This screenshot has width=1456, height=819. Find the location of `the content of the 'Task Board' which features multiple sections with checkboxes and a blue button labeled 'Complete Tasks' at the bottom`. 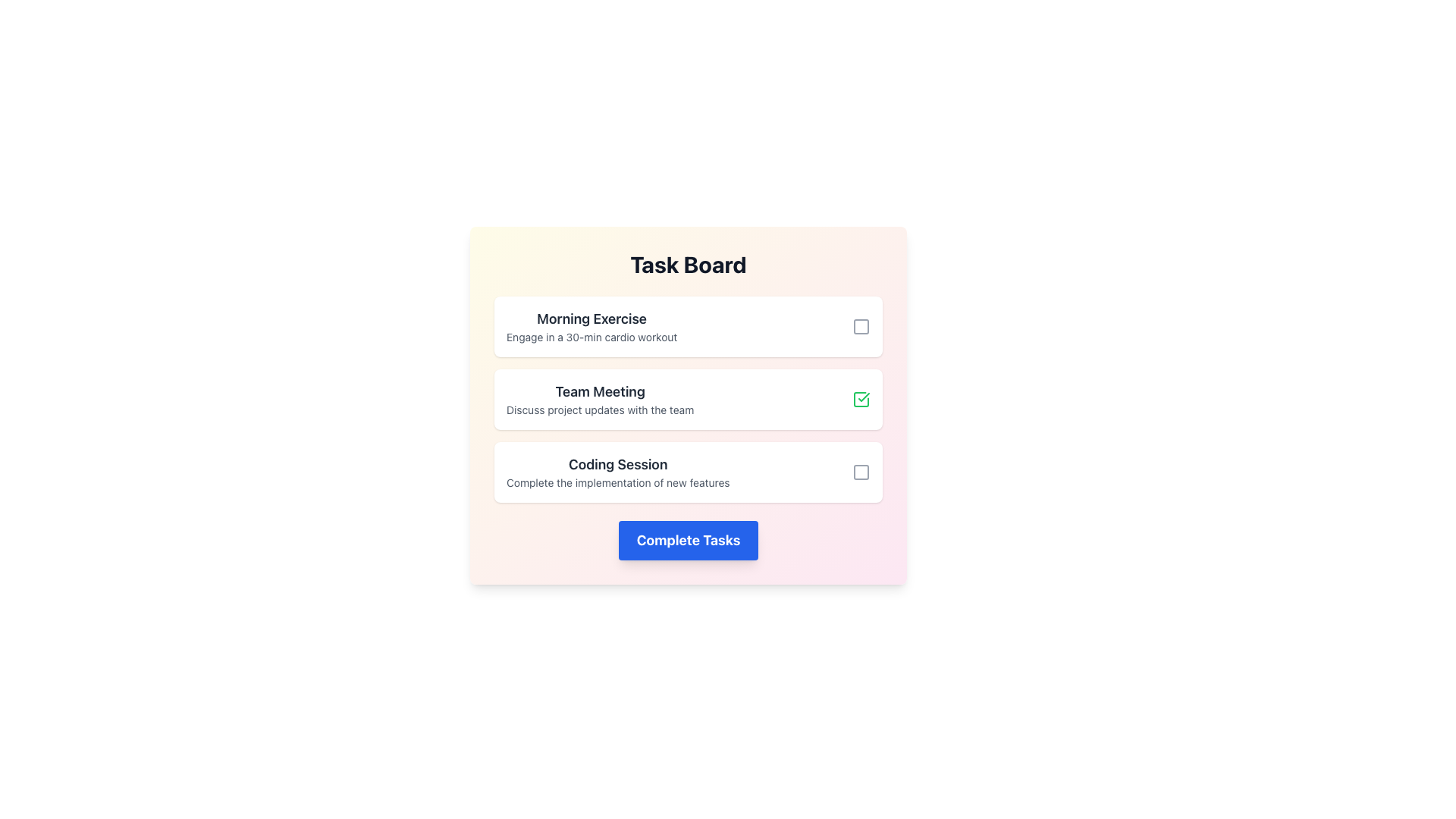

the content of the 'Task Board' which features multiple sections with checkboxes and a blue button labeled 'Complete Tasks' at the bottom is located at coordinates (687, 405).